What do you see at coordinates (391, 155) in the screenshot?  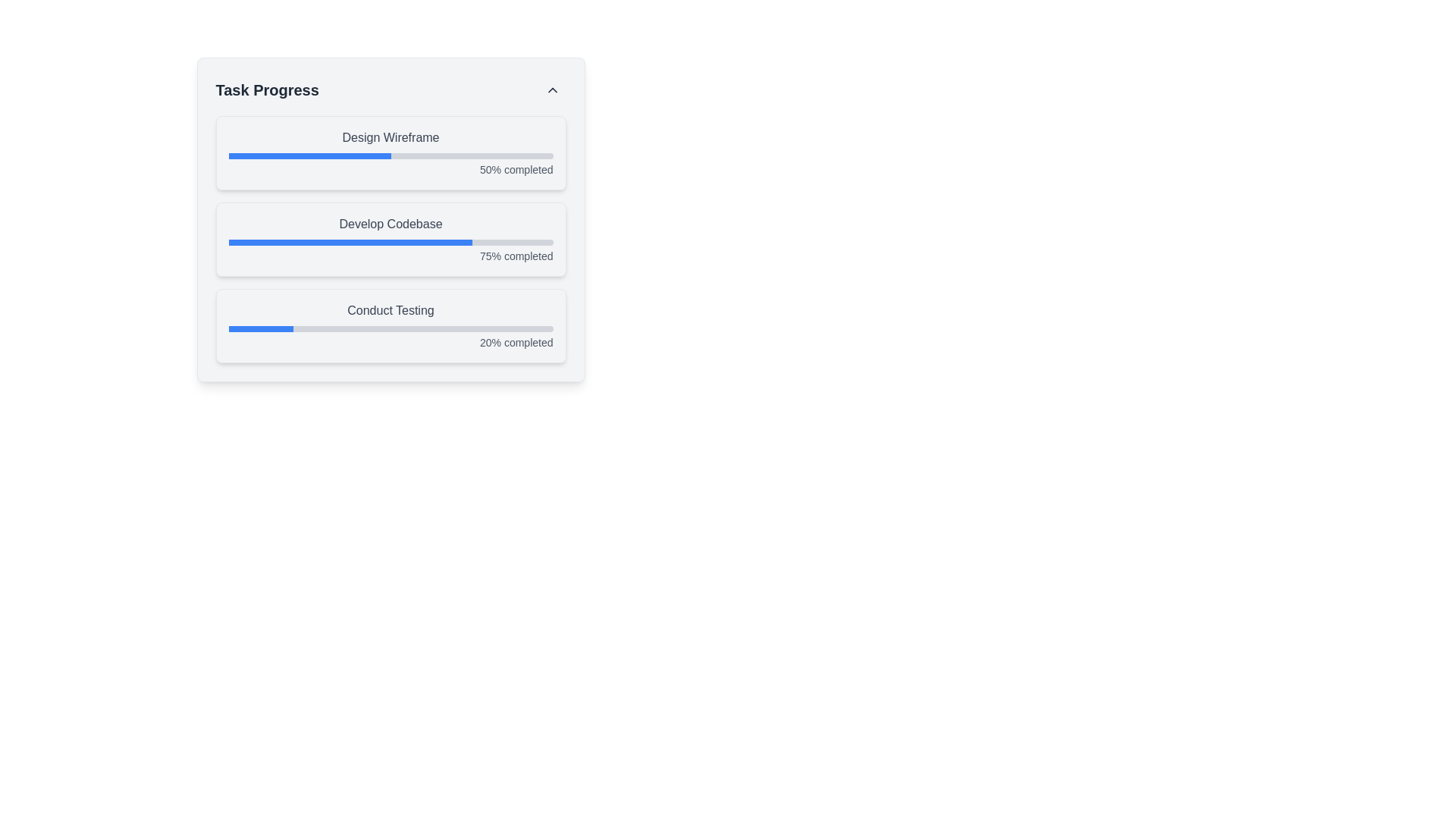 I see `the static progress bar that represents 50% completion of the 'Design Wireframe' task, which is the first element in the vertical stack under the 'Design Wireframe' label` at bounding box center [391, 155].